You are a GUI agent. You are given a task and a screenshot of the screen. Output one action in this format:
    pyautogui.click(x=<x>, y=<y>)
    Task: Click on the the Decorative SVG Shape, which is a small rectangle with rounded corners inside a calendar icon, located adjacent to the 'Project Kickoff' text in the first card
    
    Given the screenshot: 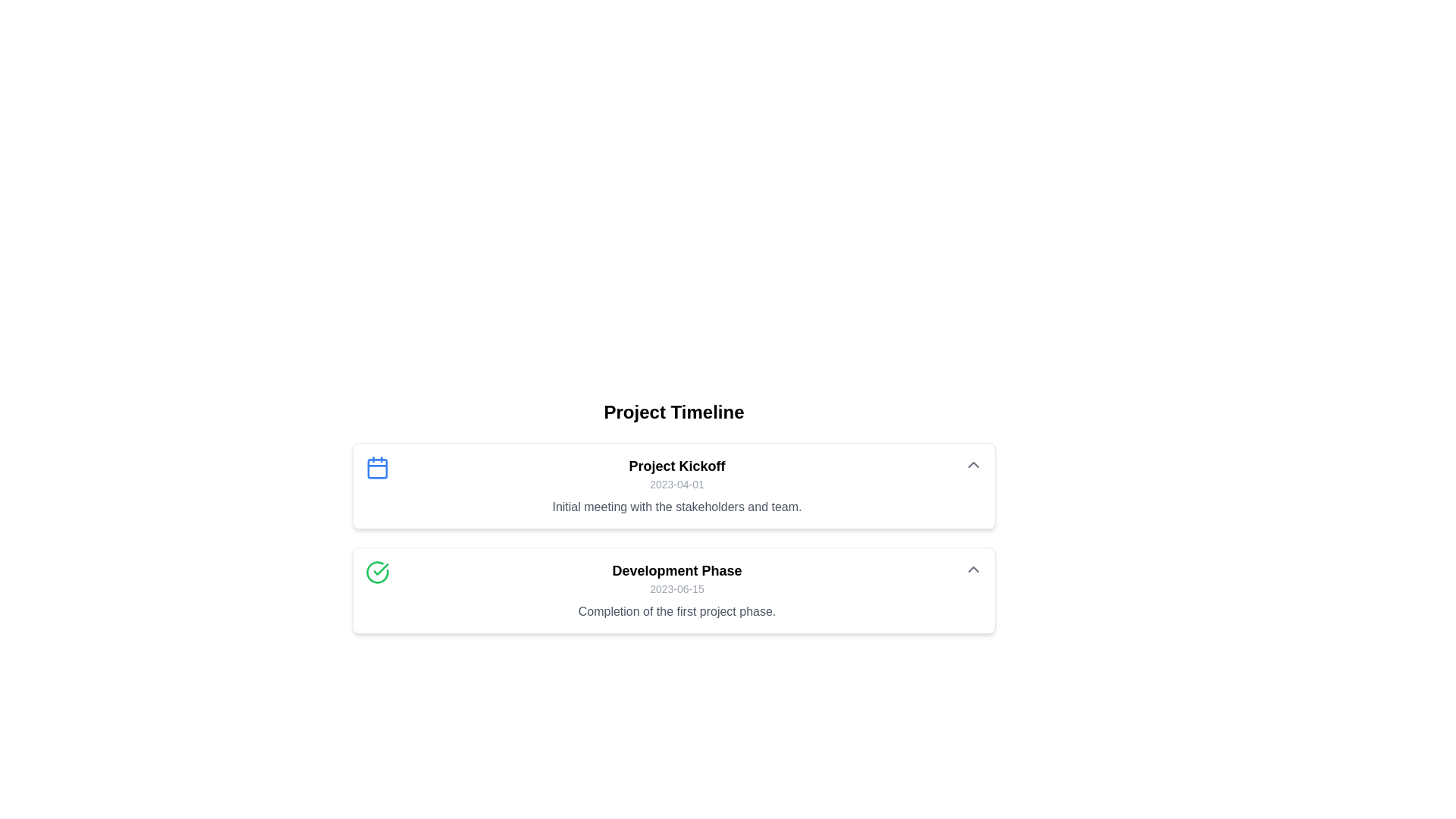 What is the action you would take?
    pyautogui.click(x=378, y=467)
    